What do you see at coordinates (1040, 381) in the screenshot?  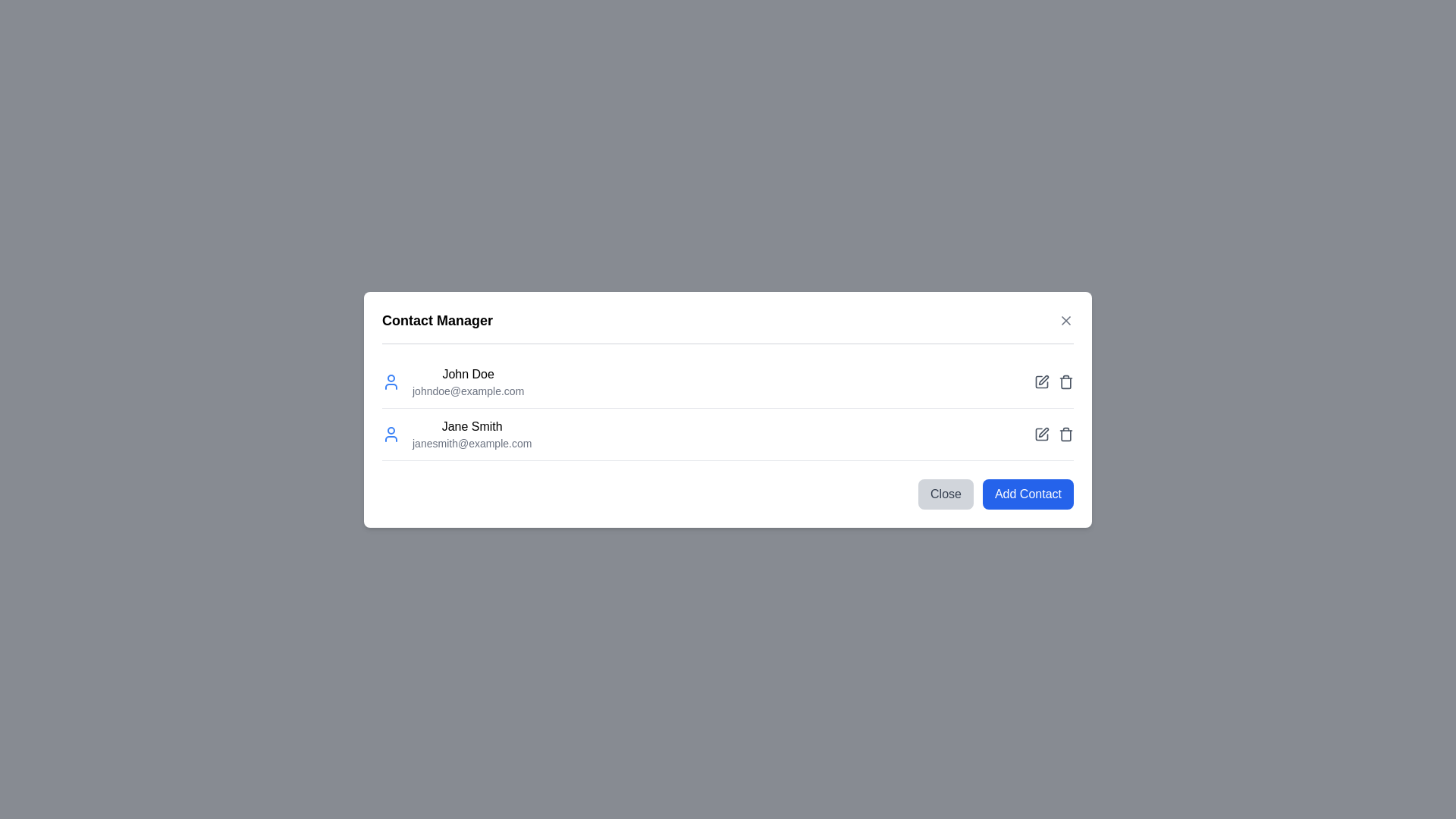 I see `the 'Edit' button located to the right of 'John Doe' and 'johndoe@example.com' in the first row of actions in the 'Contact Manager' interface to modify the associated contact information` at bounding box center [1040, 381].